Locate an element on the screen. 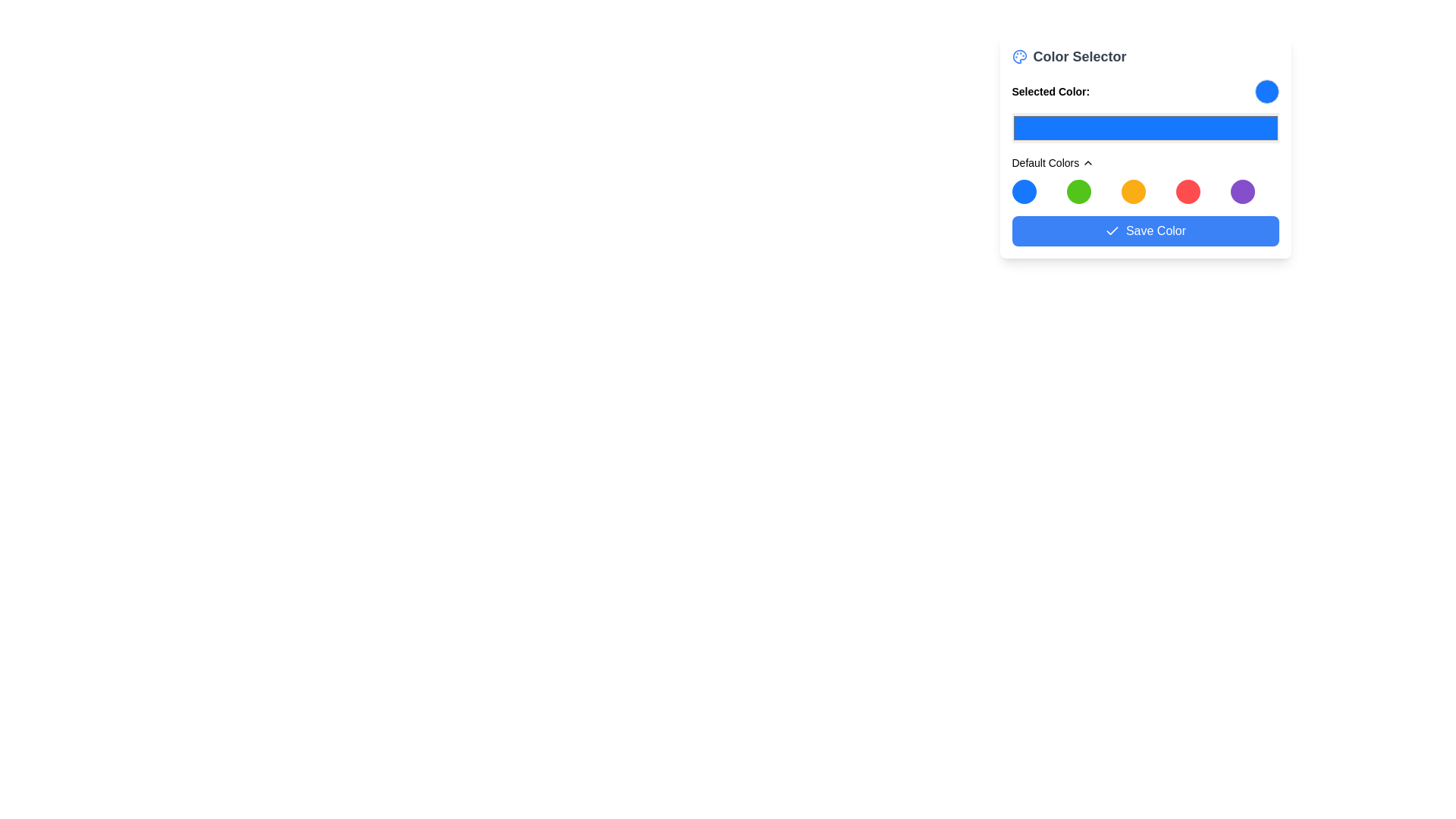 The image size is (1456, 819). the 'Color Selector' interface which includes a header, color display, and palette of color options by moving the cursor to its center point is located at coordinates (1145, 146).